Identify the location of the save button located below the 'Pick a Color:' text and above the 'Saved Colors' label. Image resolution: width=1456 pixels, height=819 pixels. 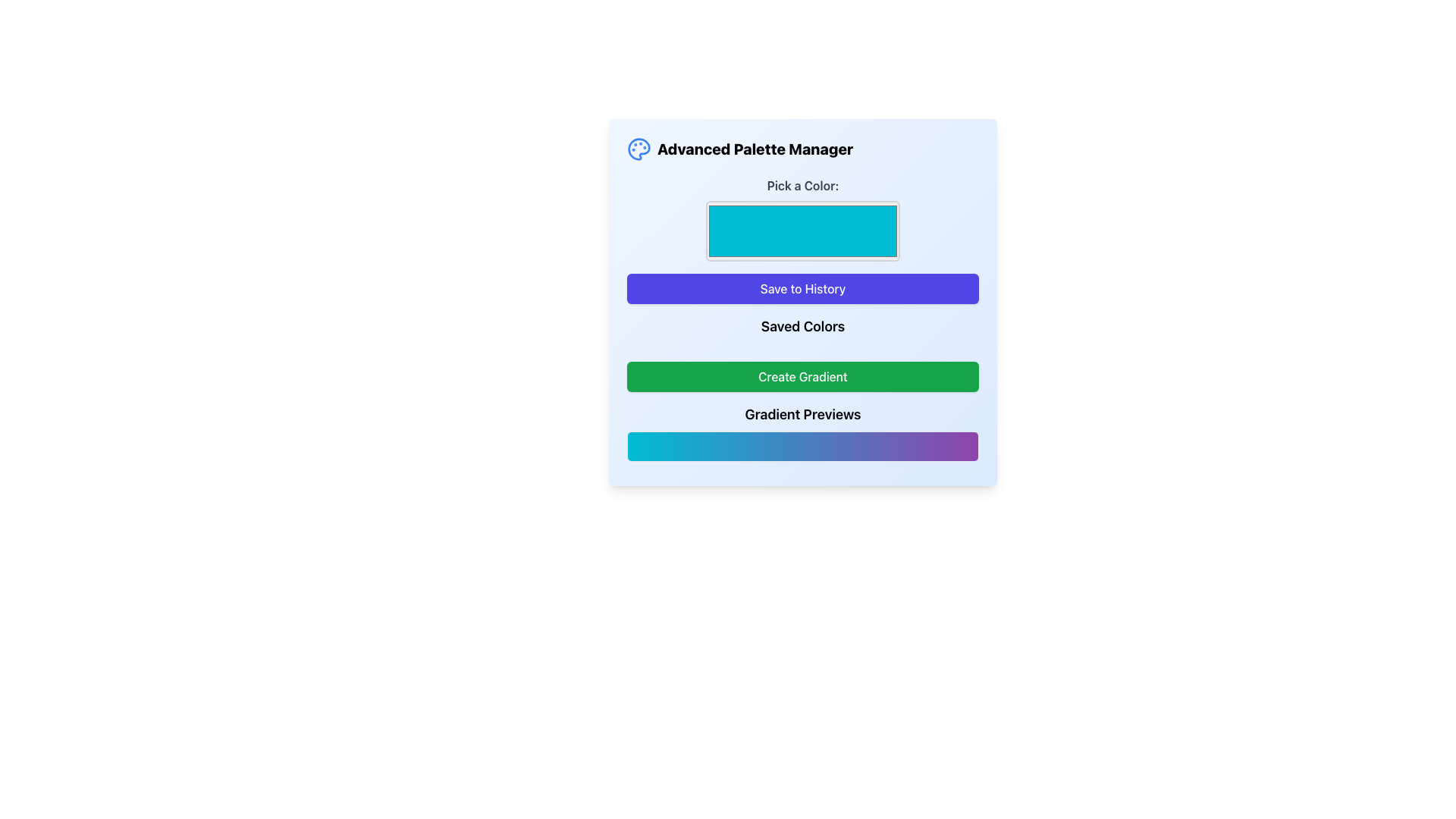
(802, 302).